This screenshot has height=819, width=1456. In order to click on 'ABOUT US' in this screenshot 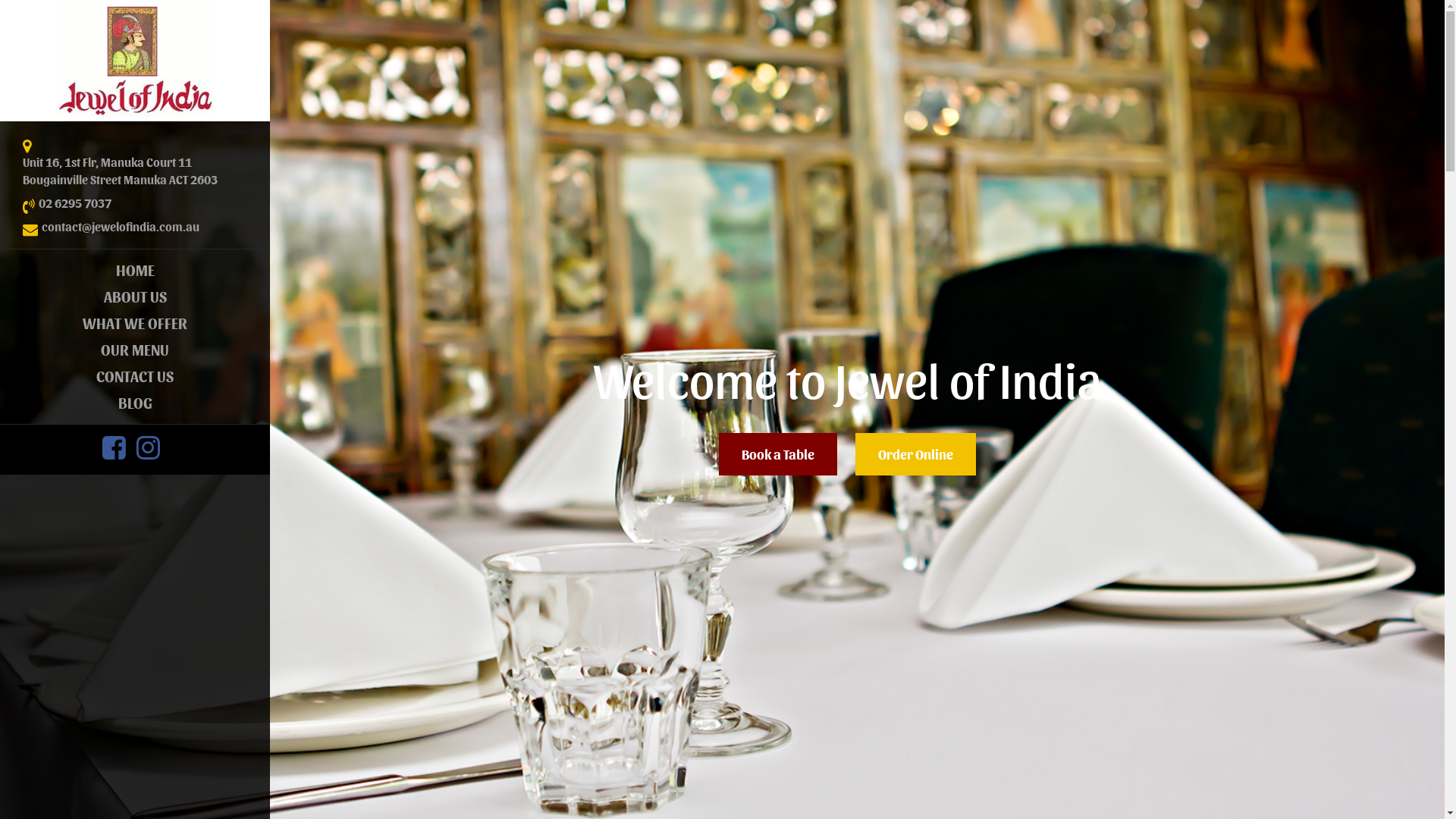, I will do `click(134, 297)`.